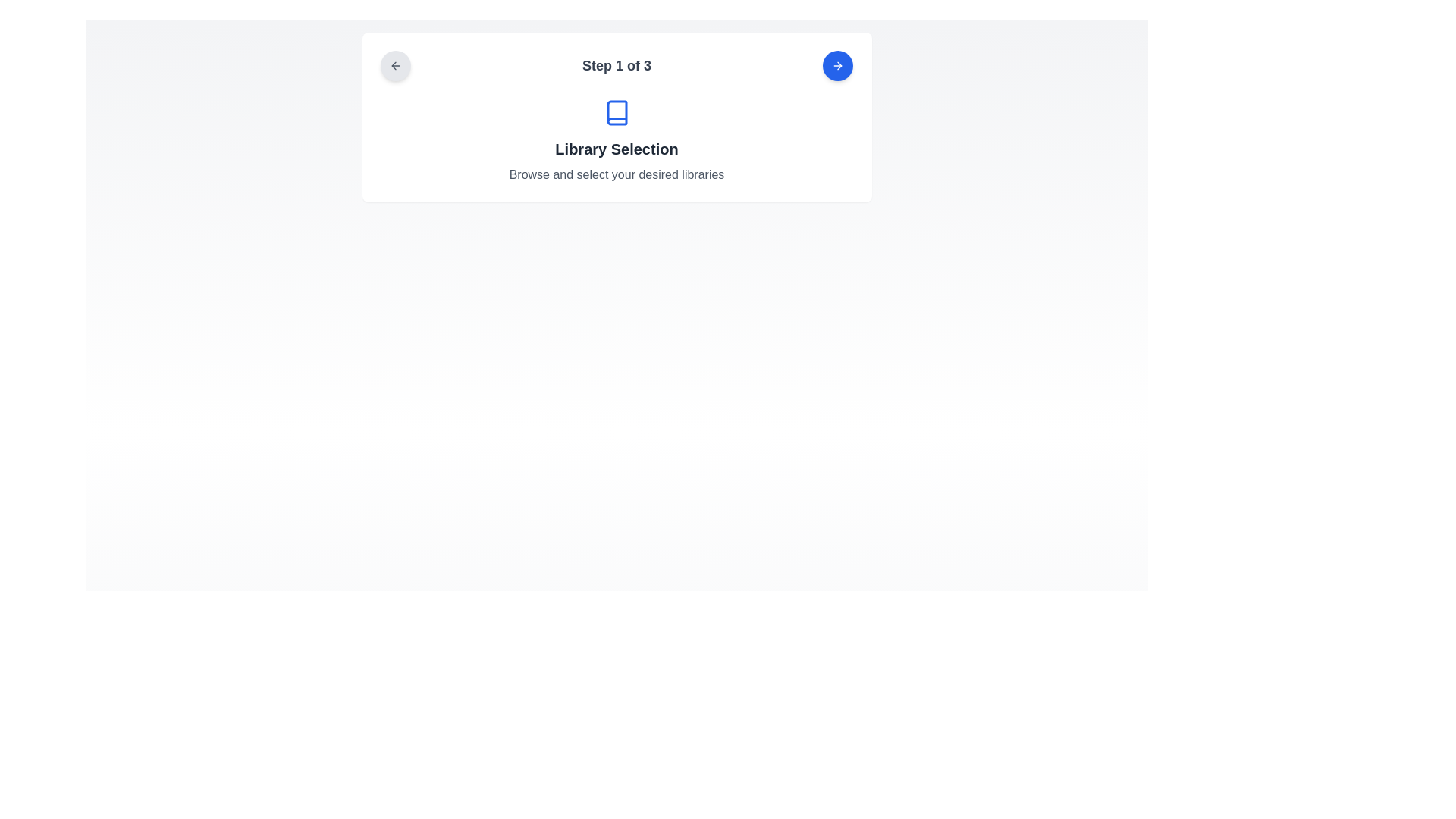 The width and height of the screenshot is (1456, 819). Describe the element at coordinates (837, 65) in the screenshot. I see `the forward navigation IconButton located in the top-right corner of the card titled 'Step 1 of 3' with the subtitle 'Library Selection' to proceed to the next step` at that location.